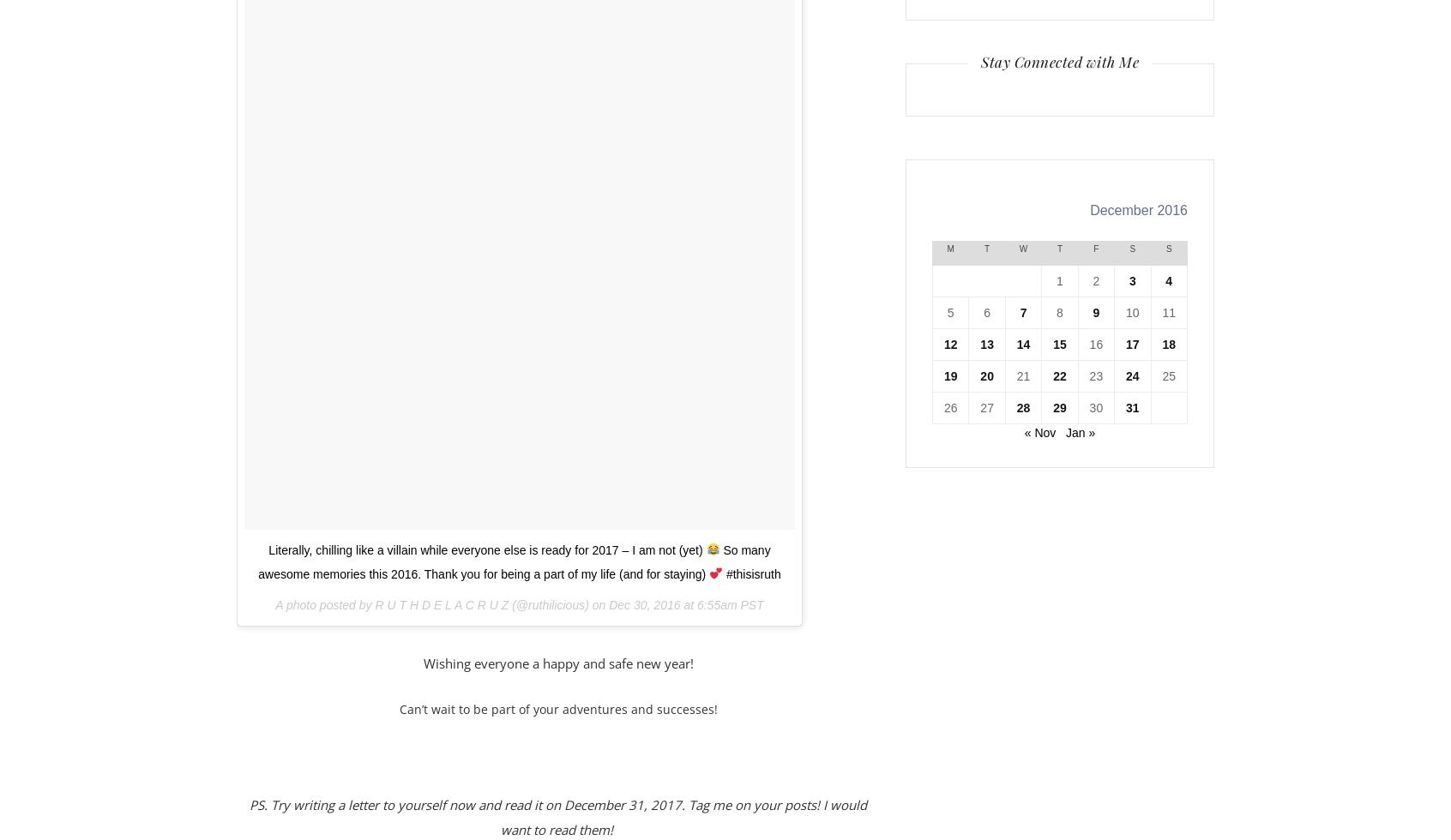  What do you see at coordinates (1022, 375) in the screenshot?
I see `'21'` at bounding box center [1022, 375].